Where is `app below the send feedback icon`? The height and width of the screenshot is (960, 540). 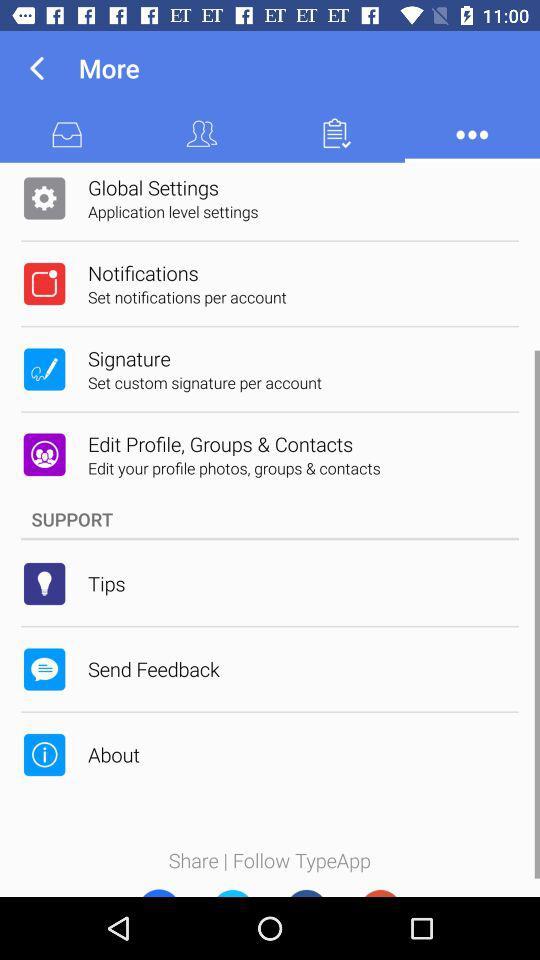
app below the send feedback icon is located at coordinates (113, 753).